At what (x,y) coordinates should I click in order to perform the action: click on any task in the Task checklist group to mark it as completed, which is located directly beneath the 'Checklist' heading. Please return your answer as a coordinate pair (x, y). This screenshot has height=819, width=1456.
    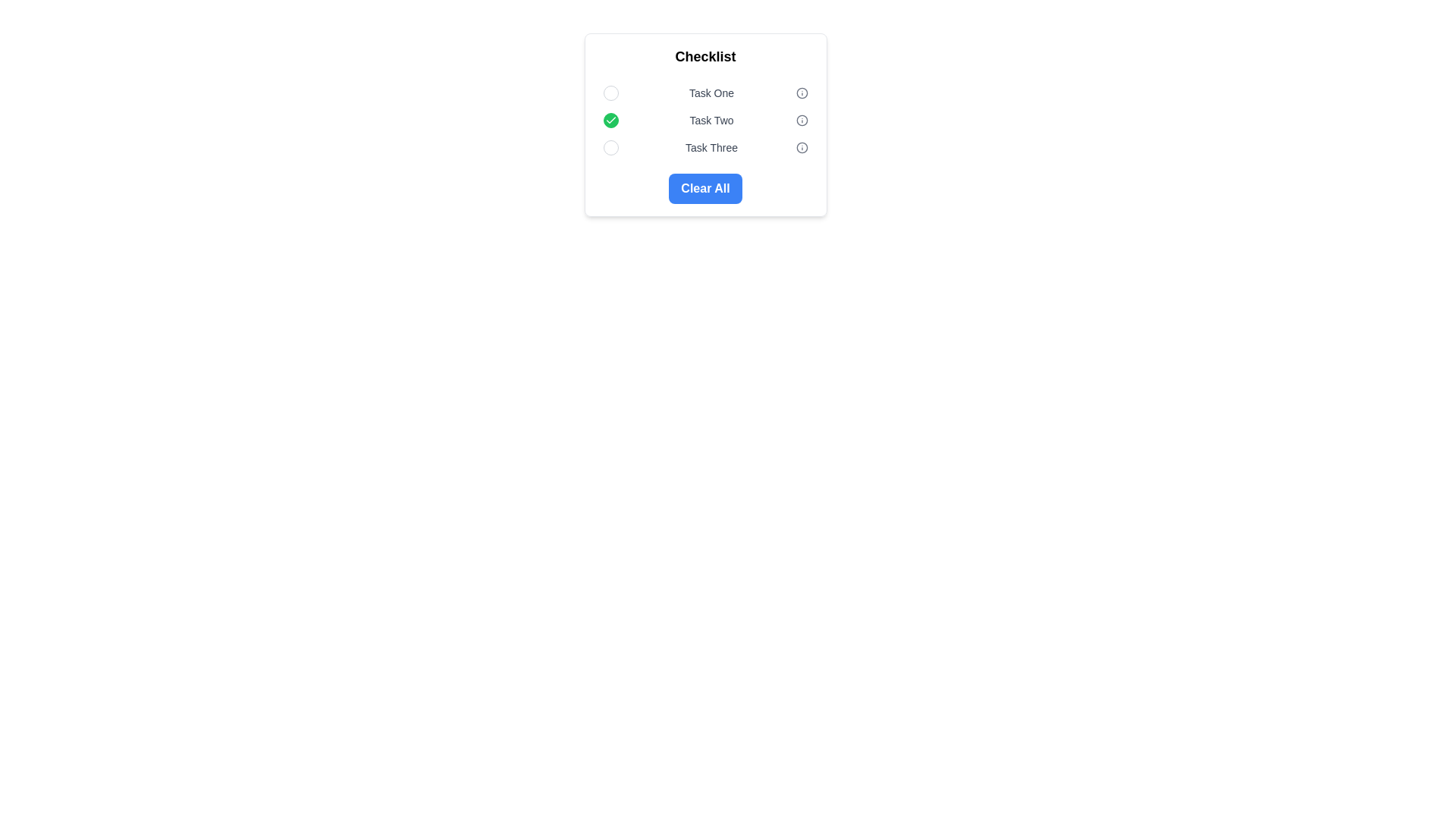
    Looking at the image, I should click on (704, 119).